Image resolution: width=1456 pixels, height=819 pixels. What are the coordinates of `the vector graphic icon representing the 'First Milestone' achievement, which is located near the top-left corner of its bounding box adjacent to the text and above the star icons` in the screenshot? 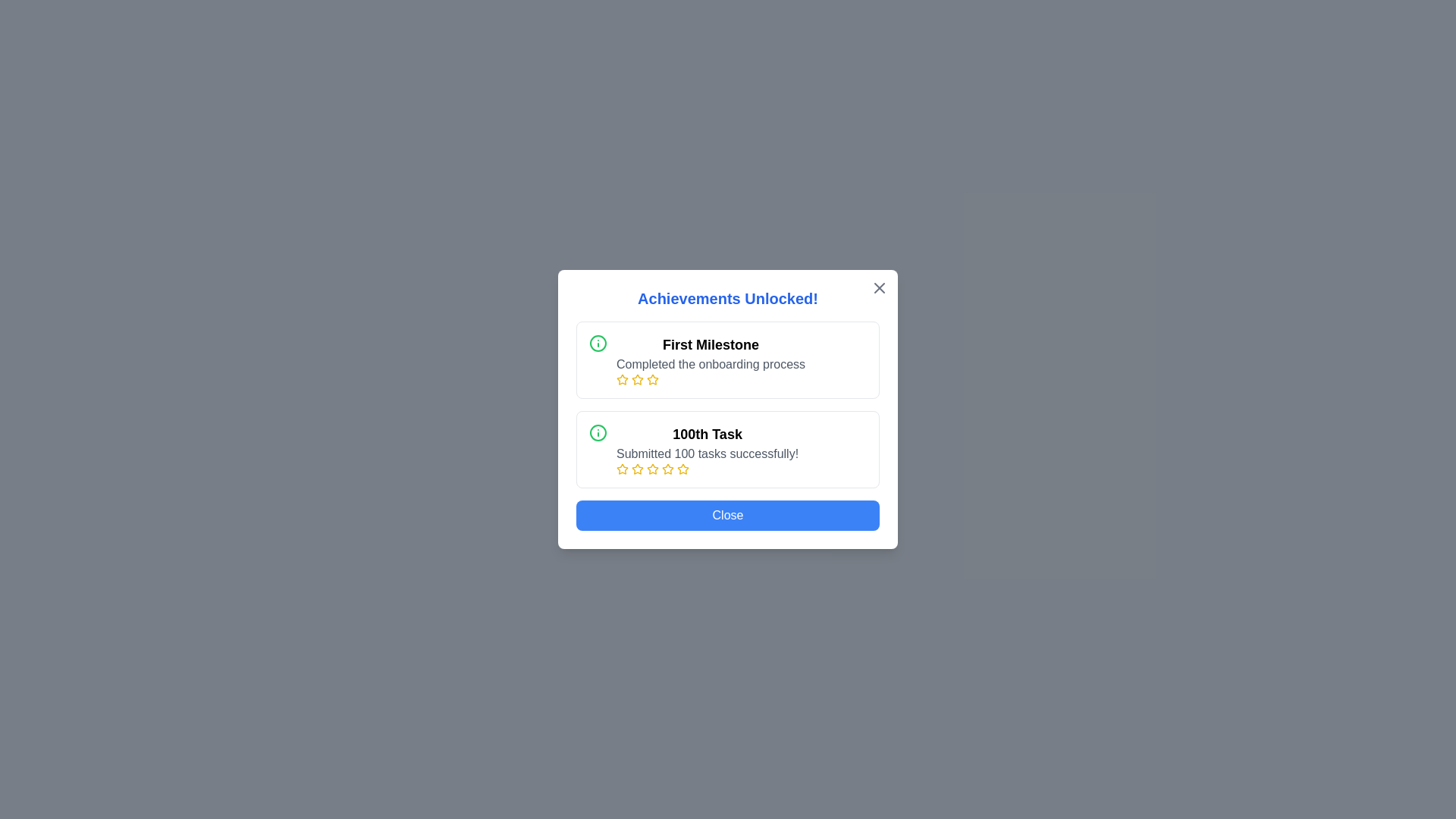 It's located at (597, 432).